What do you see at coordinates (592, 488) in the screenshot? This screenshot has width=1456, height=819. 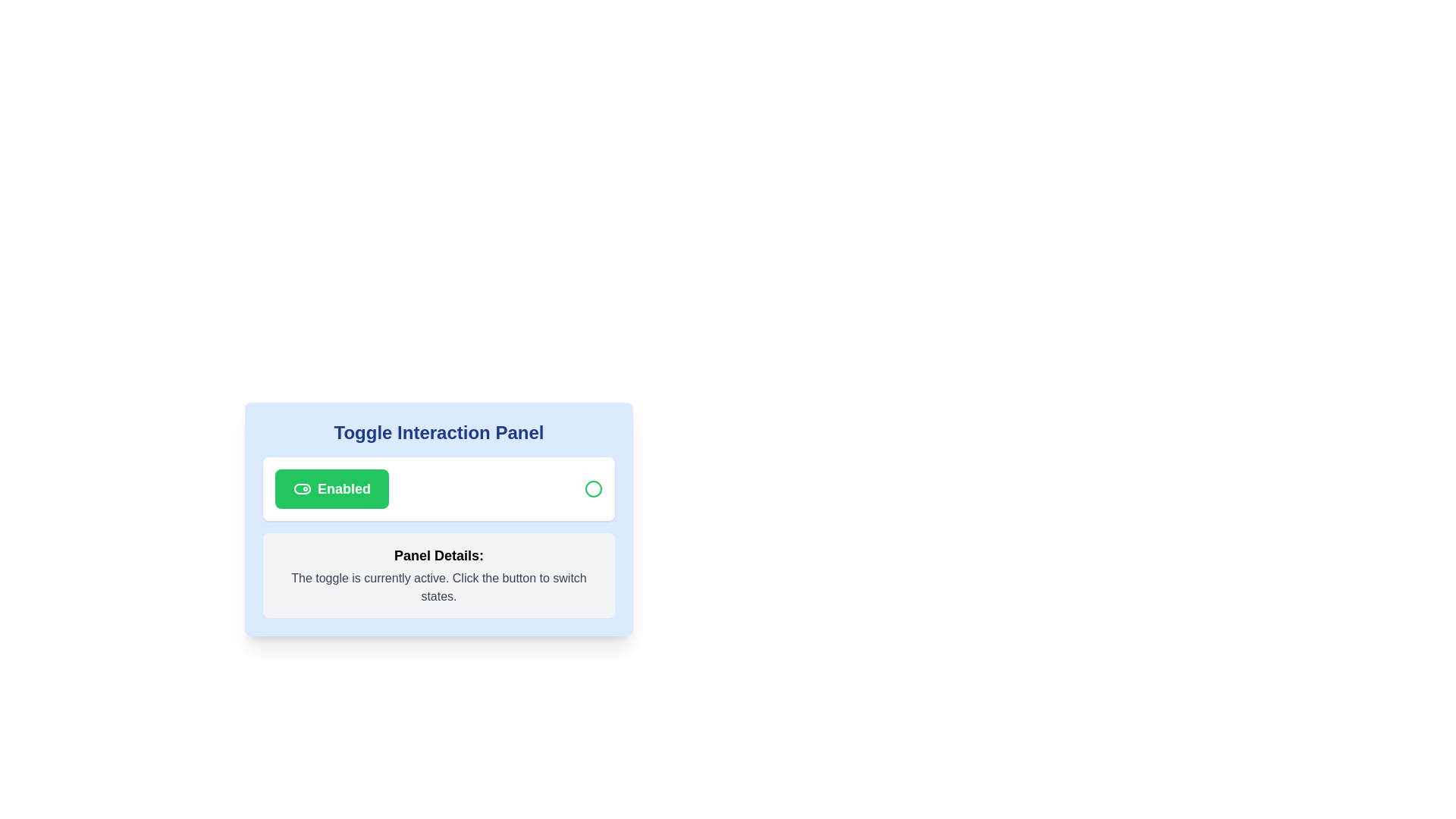 I see `the green circle outline icon with a white interior, located at the right end of the row containing the text 'Enabled' in the 'Toggle Interaction Panel'` at bounding box center [592, 488].